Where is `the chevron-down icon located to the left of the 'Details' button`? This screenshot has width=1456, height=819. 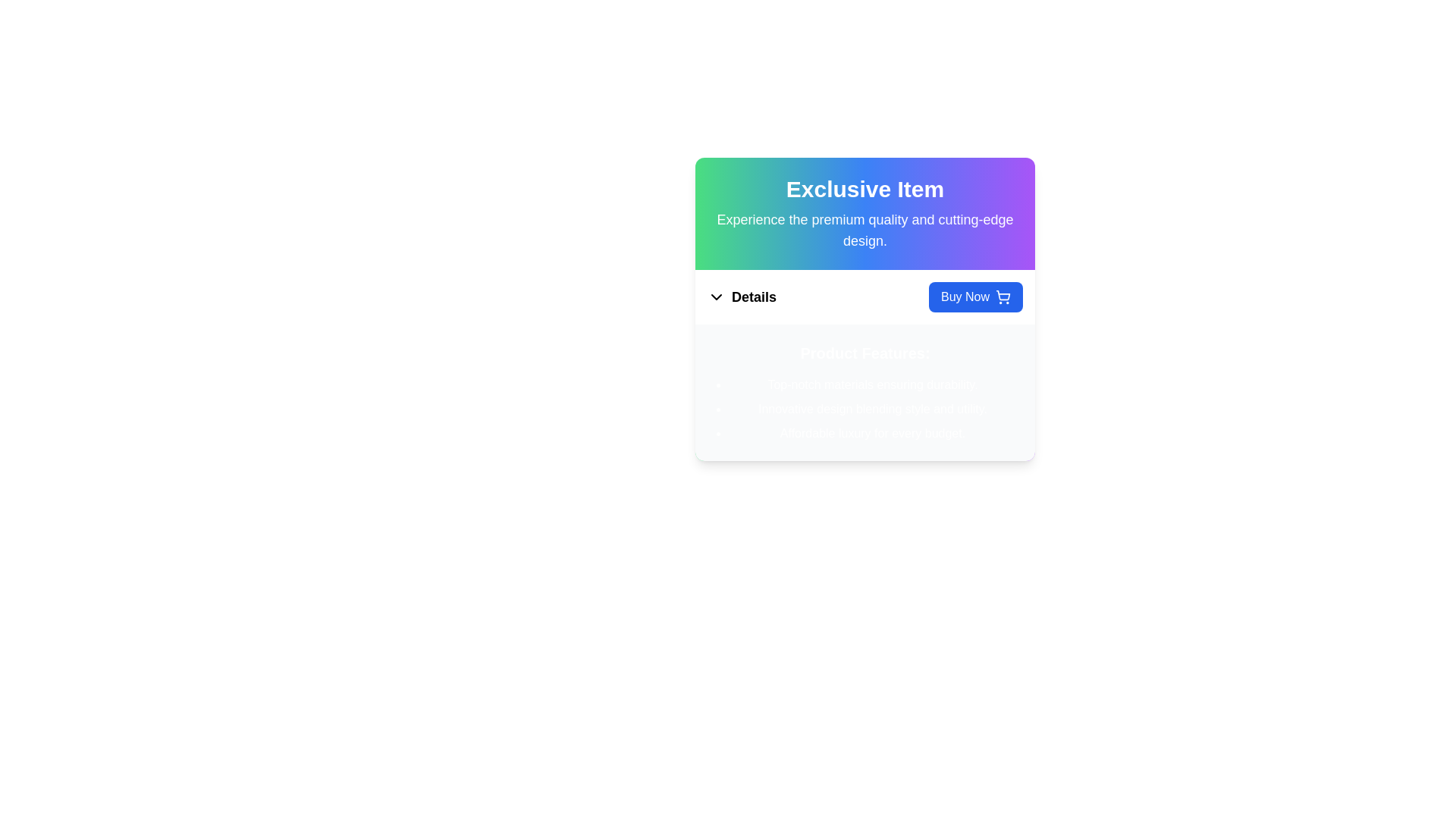
the chevron-down icon located to the left of the 'Details' button is located at coordinates (716, 297).